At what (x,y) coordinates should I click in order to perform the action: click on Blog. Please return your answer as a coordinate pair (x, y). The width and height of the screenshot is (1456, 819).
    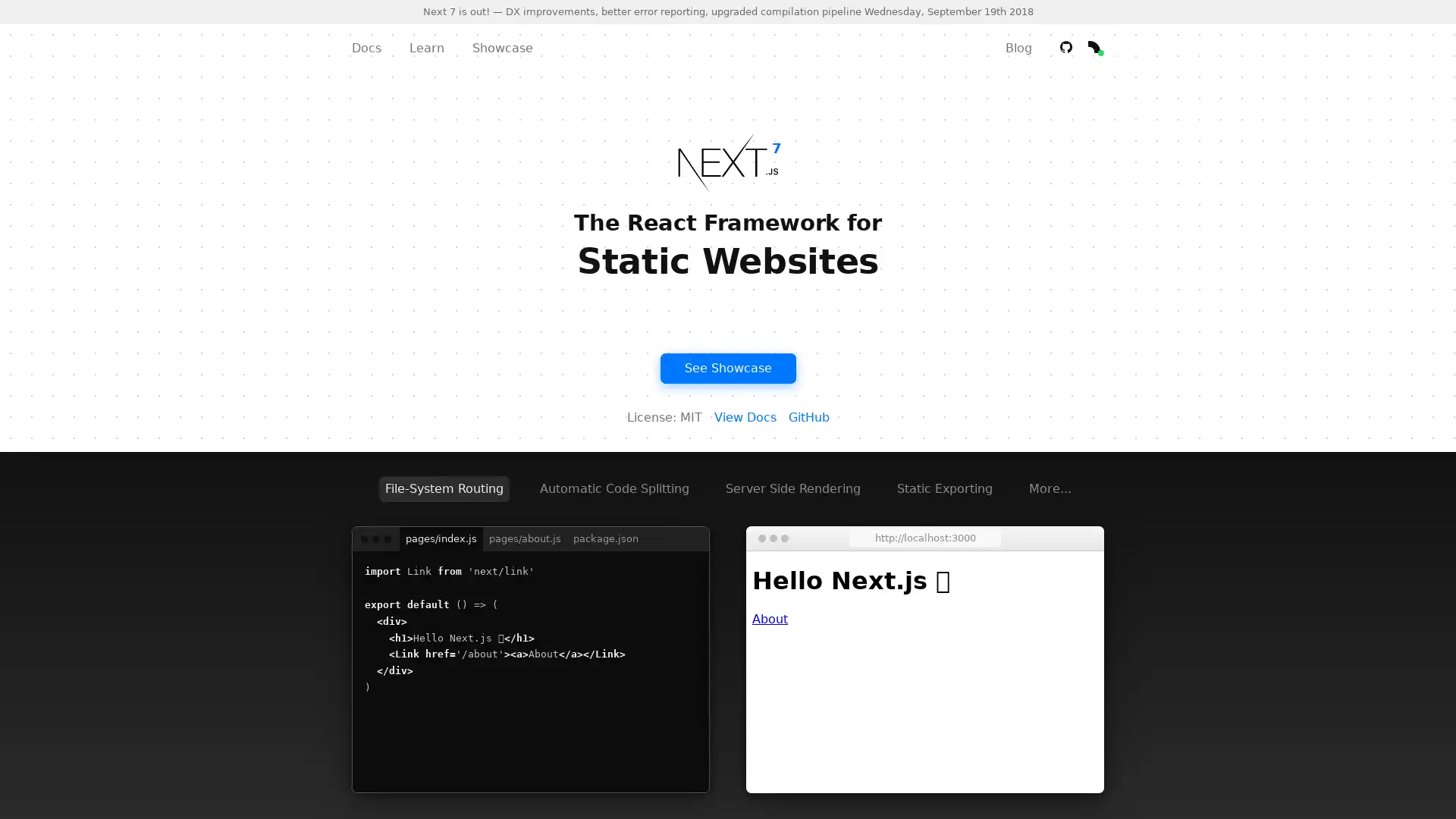
    Looking at the image, I should click on (1018, 47).